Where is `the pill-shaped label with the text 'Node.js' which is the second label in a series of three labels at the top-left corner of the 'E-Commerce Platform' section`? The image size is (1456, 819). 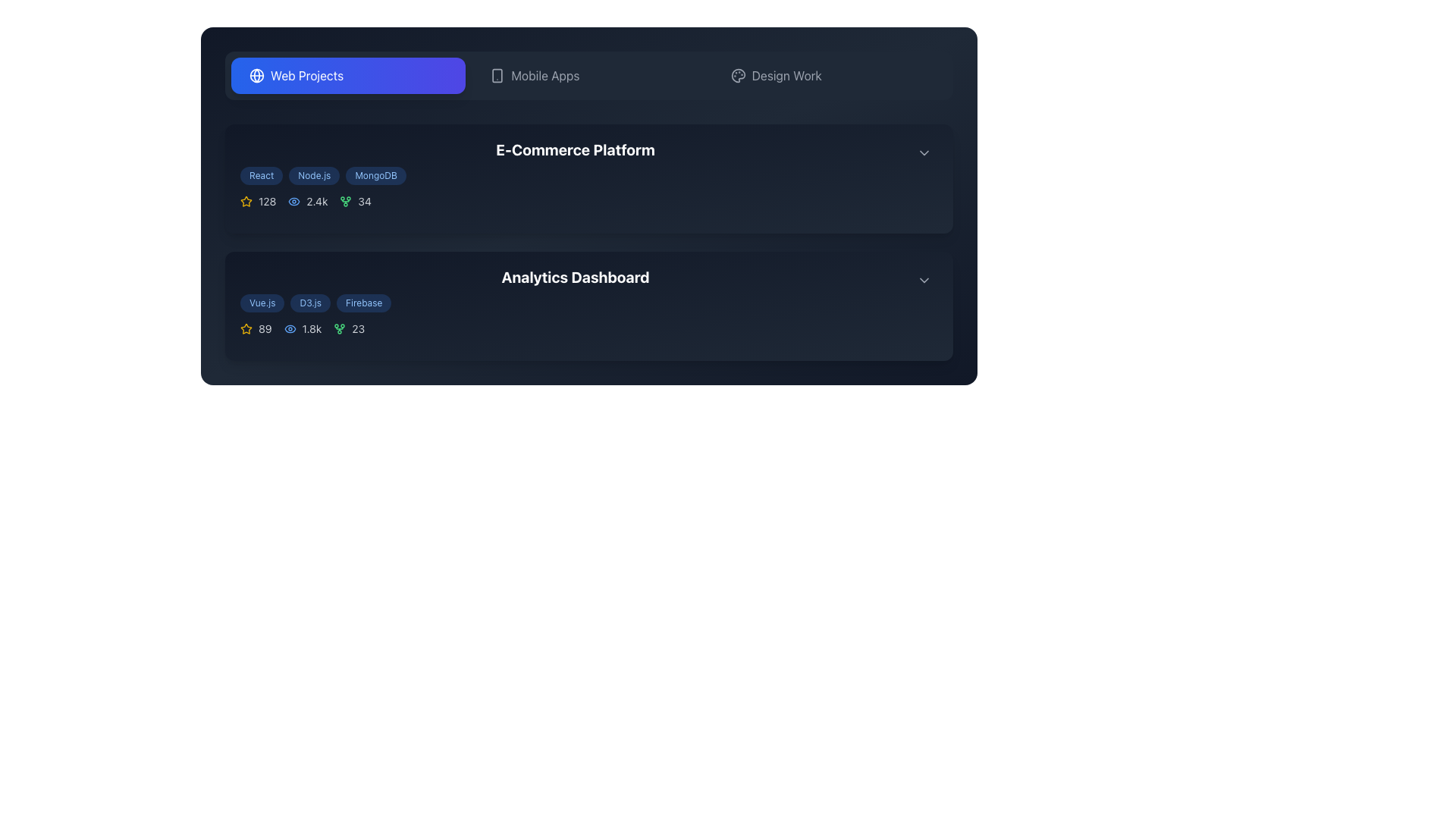 the pill-shaped label with the text 'Node.js' which is the second label in a series of three labels at the top-left corner of the 'E-Commerce Platform' section is located at coordinates (313, 174).